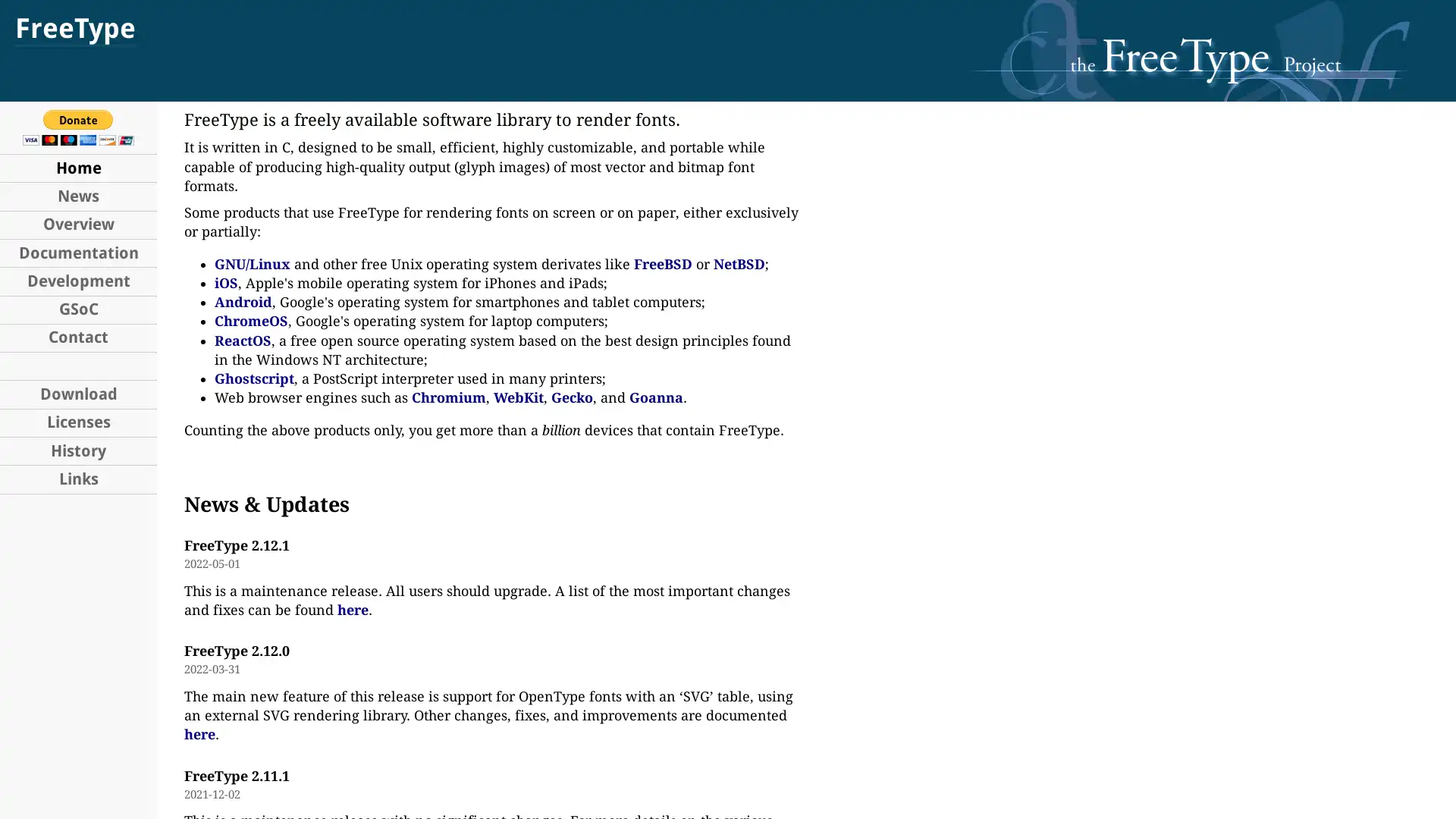 This screenshot has height=819, width=1456. Describe the element at coordinates (77, 127) in the screenshot. I see `PayPal - The safer, easier way to pay online!` at that location.